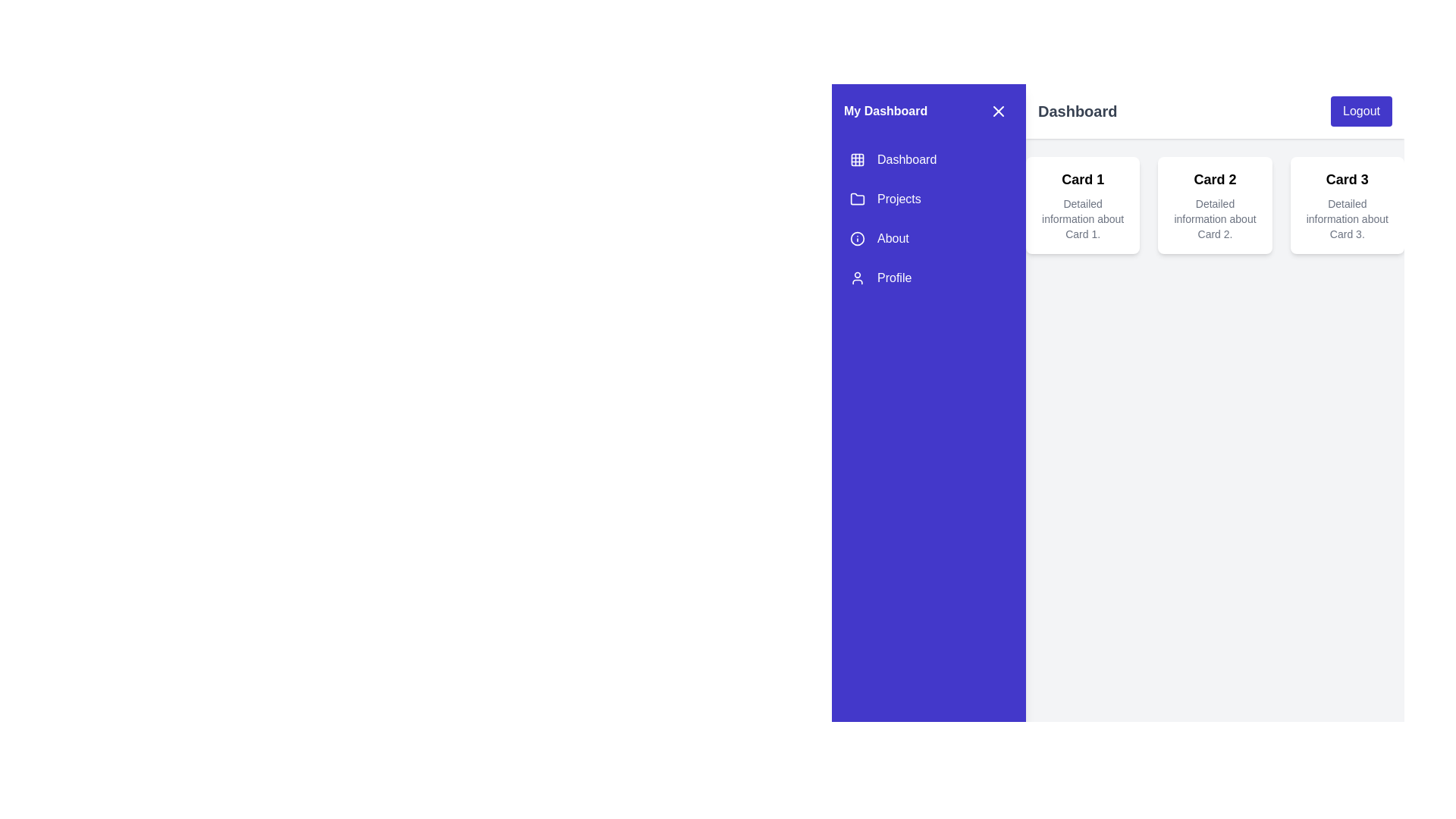 This screenshot has width=1456, height=819. Describe the element at coordinates (858, 198) in the screenshot. I see `the folder icon located in the left-side navigation panel next to the label 'Projects'` at that location.